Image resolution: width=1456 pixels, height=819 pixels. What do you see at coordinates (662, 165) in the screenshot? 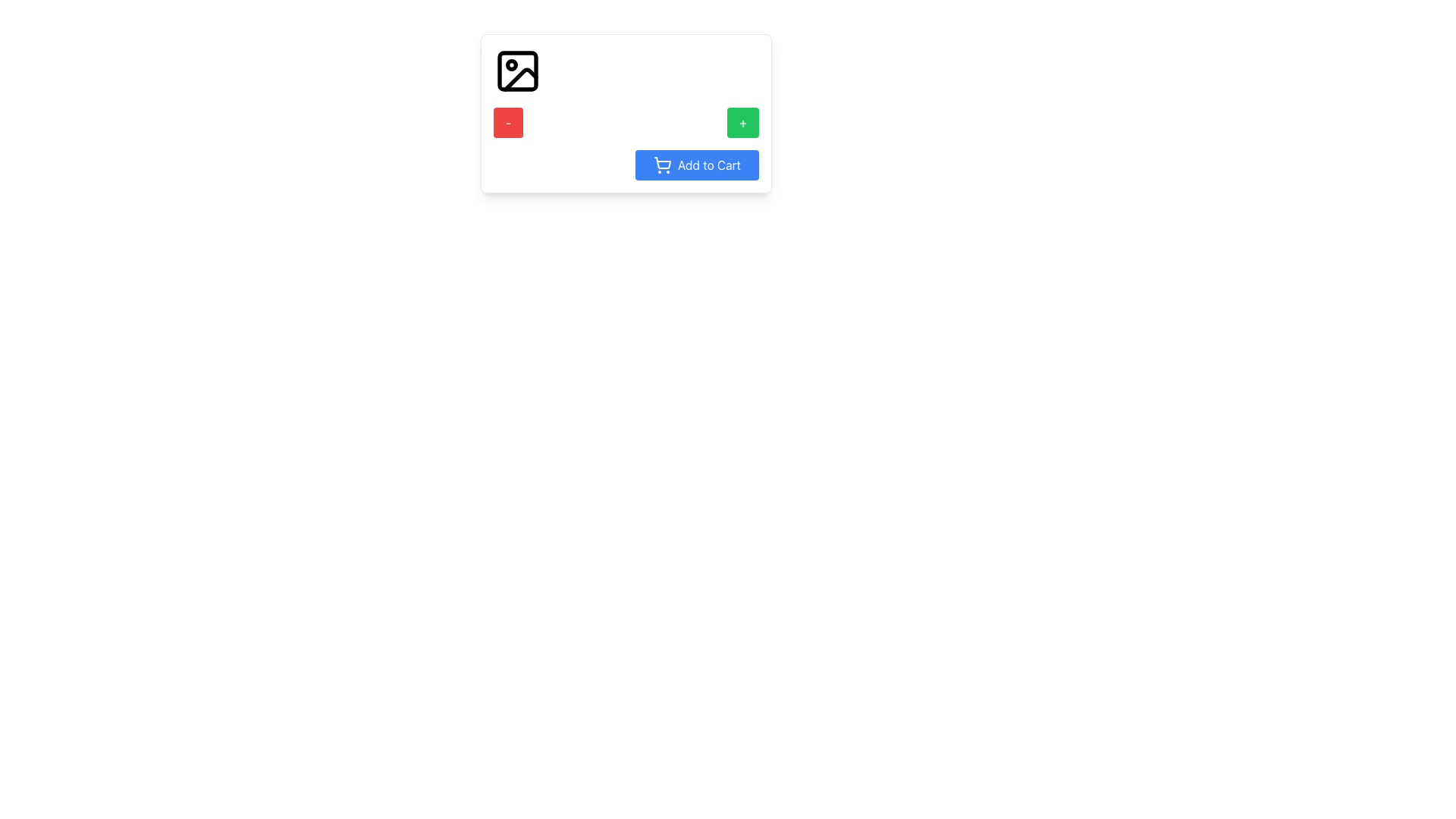
I see `the 'Add to Cart' button, which contains a shopping cart icon on its left side, located at the bottom center of the card interface` at bounding box center [662, 165].